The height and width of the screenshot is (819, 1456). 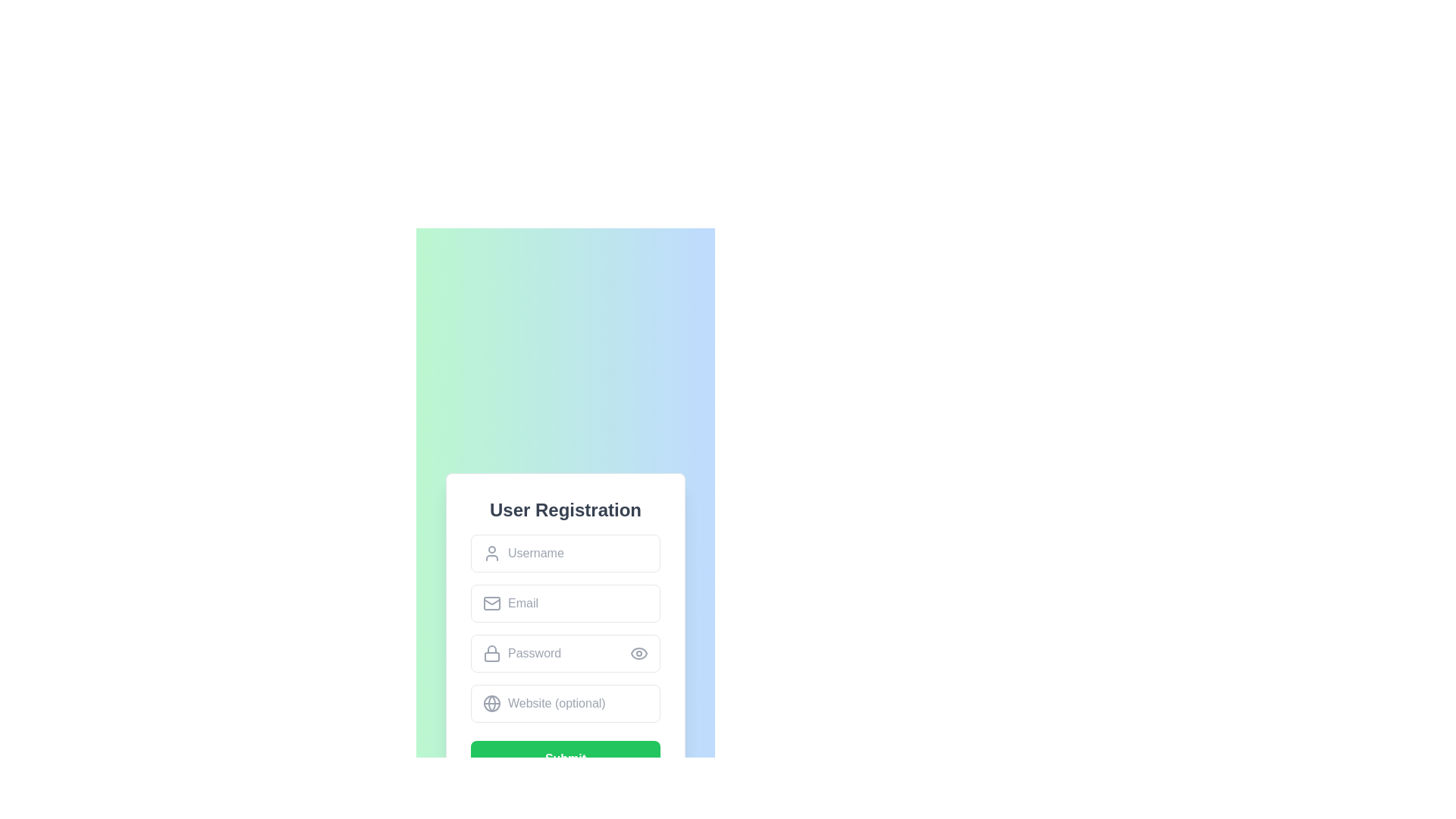 I want to click on the Password Input Field in the User Registration form, which is the third input field beneath the Email field and above the optional Website field, so click(x=564, y=652).